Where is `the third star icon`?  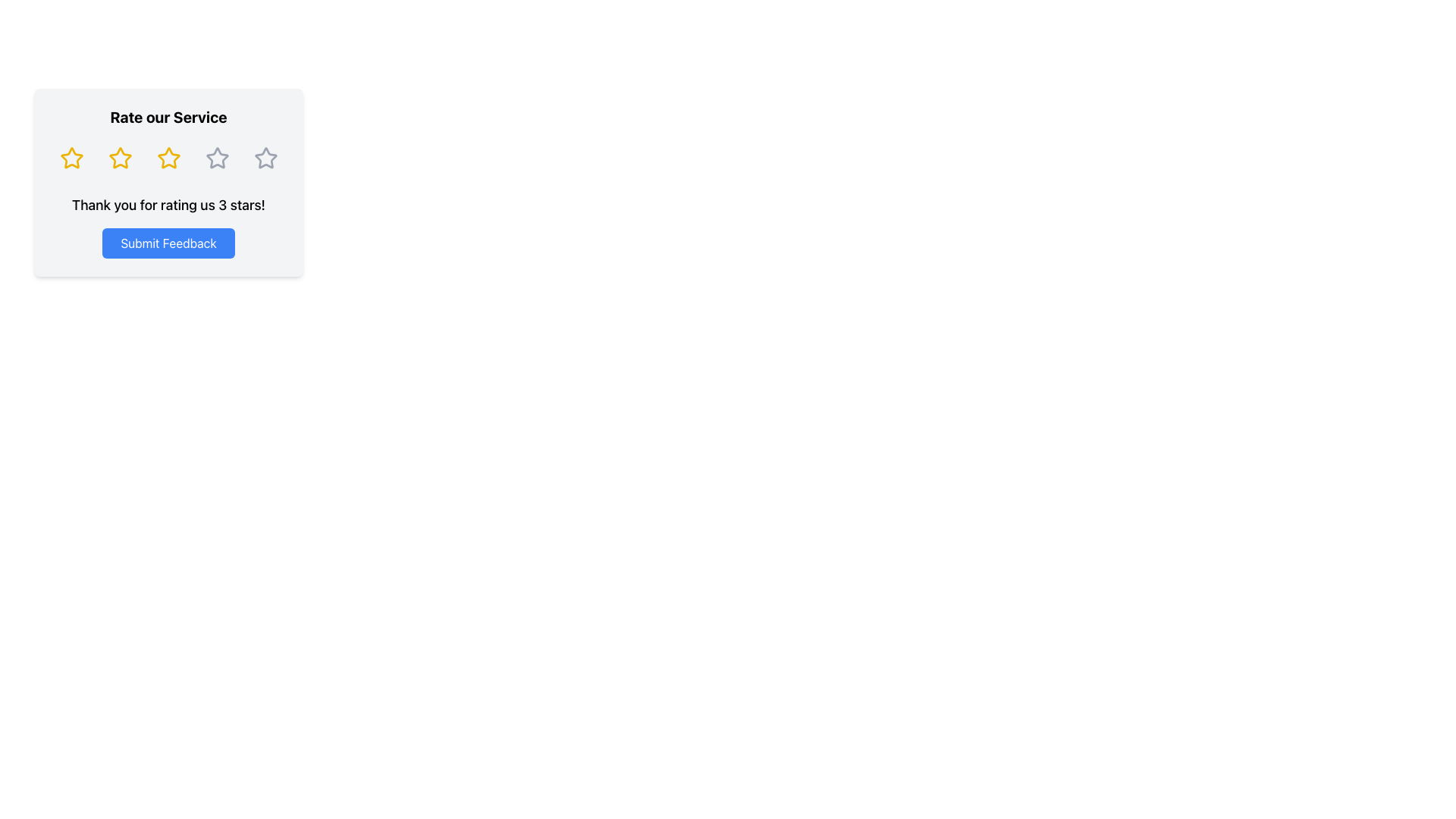 the third star icon is located at coordinates (216, 158).